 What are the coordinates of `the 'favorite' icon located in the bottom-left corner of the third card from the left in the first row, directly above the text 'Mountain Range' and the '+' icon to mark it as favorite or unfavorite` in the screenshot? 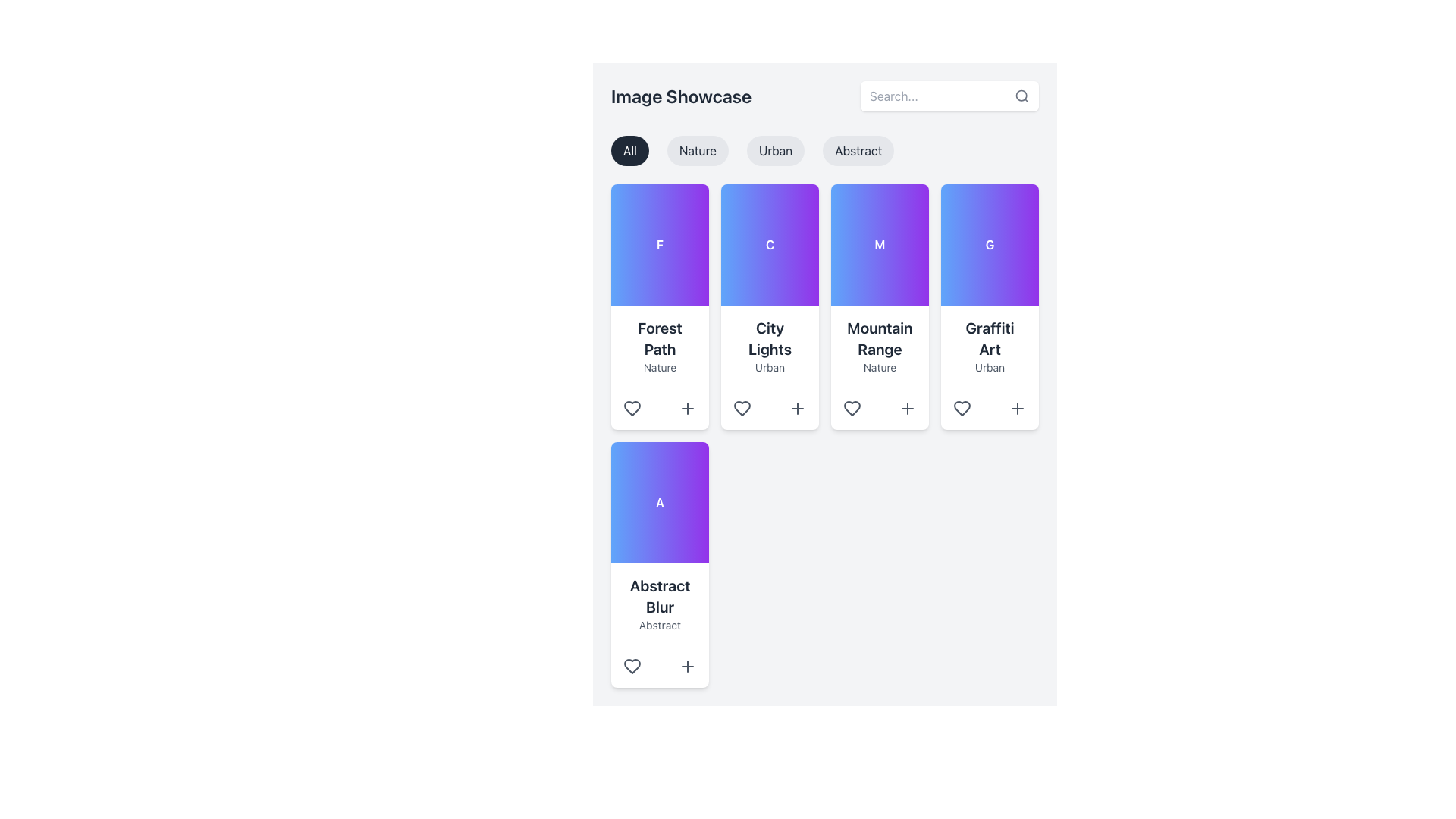 It's located at (852, 408).